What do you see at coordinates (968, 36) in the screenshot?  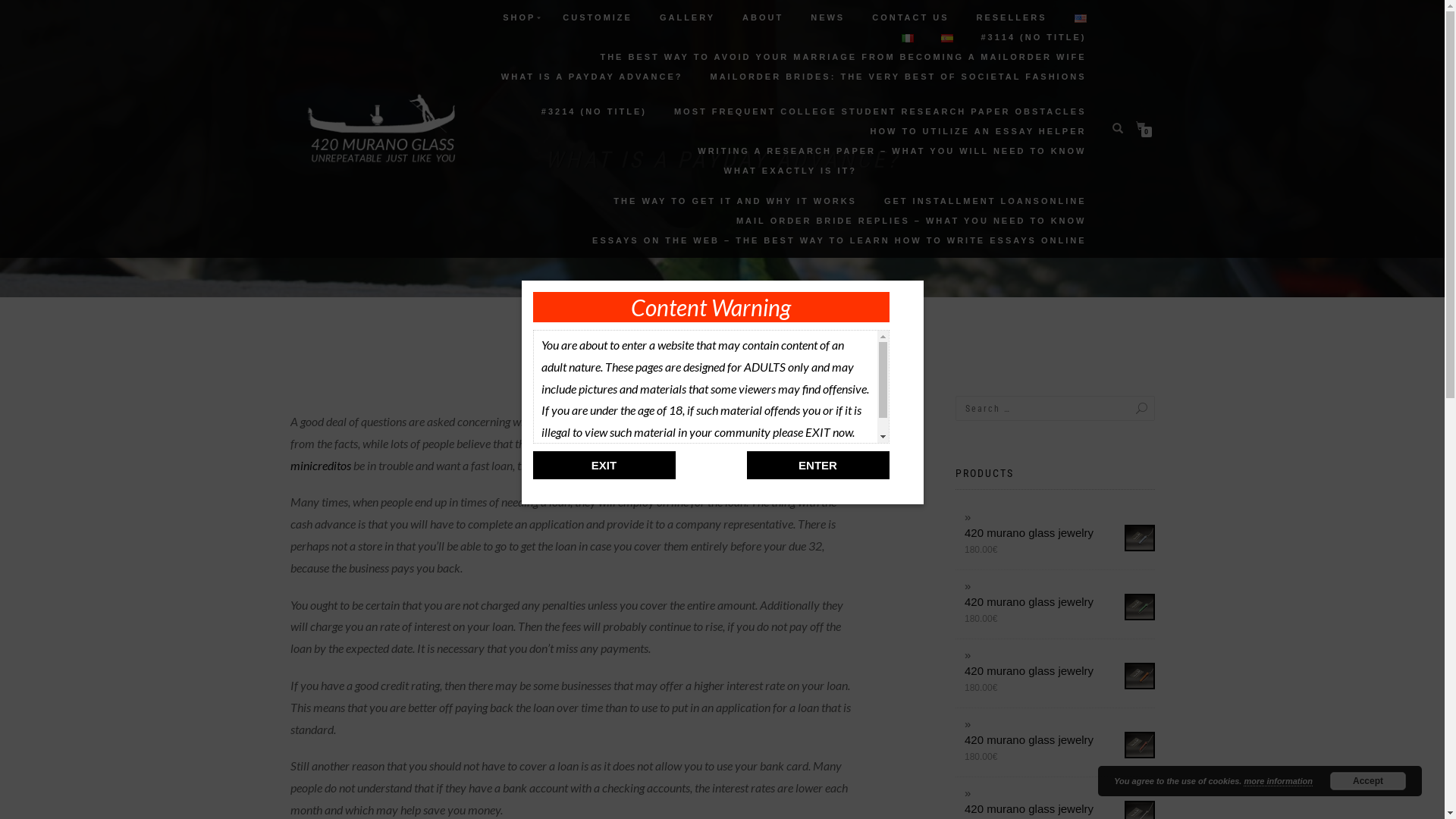 I see `'#3114 (NO TITLE)'` at bounding box center [968, 36].